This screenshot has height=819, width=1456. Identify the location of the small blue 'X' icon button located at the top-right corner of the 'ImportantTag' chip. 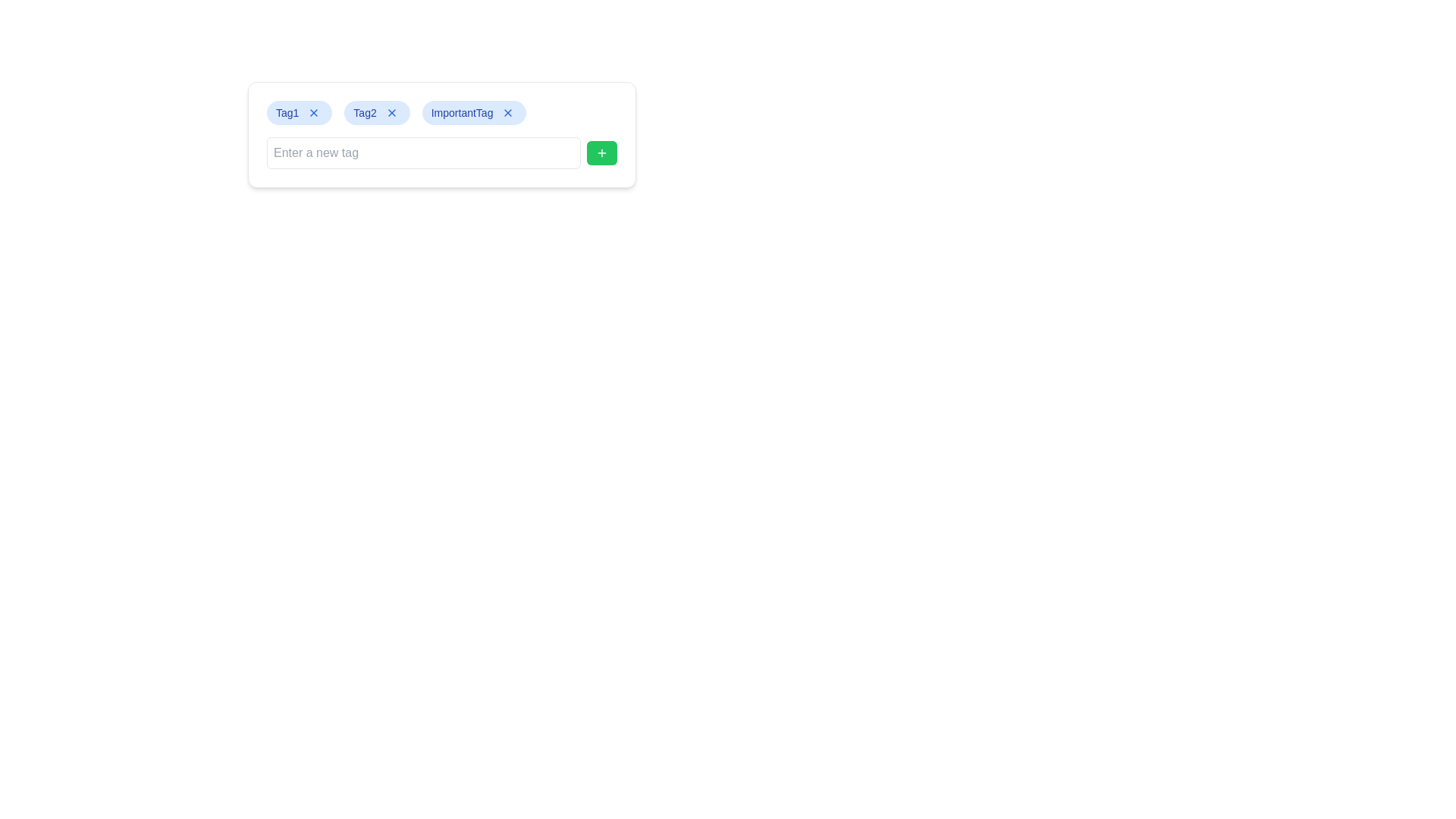
(508, 112).